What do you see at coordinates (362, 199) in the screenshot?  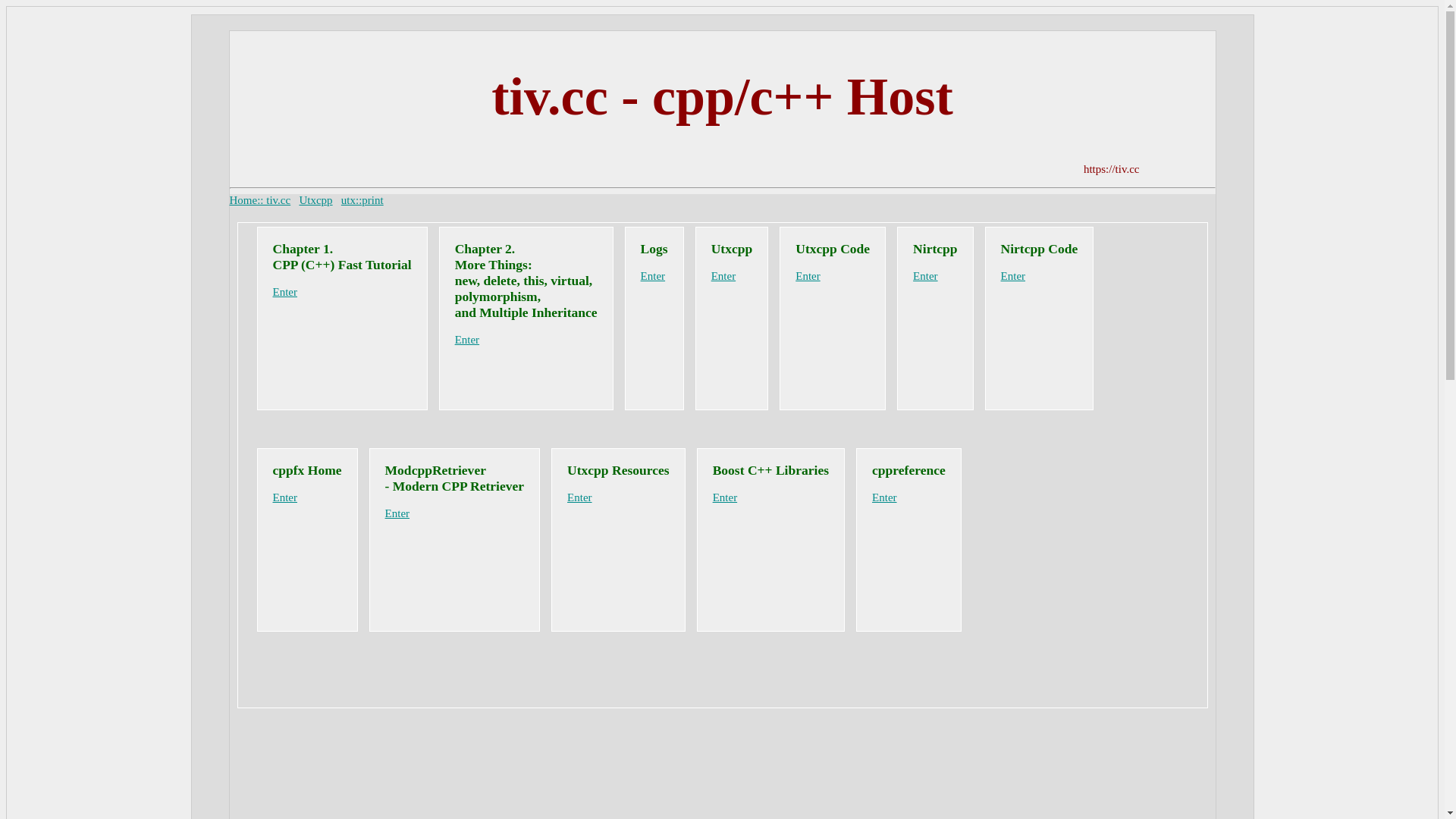 I see `'utx::print'` at bounding box center [362, 199].